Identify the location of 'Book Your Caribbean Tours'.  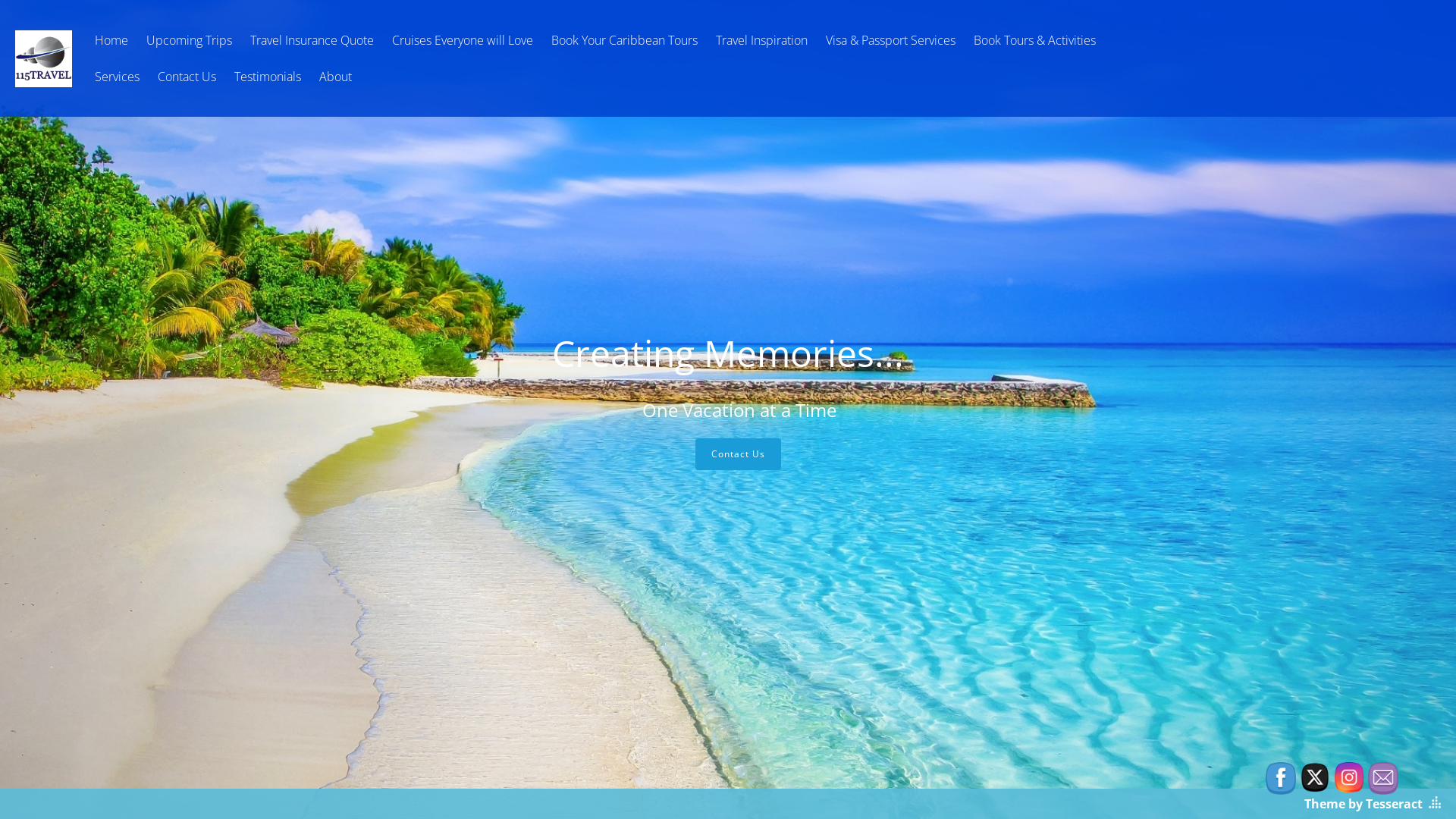
(624, 39).